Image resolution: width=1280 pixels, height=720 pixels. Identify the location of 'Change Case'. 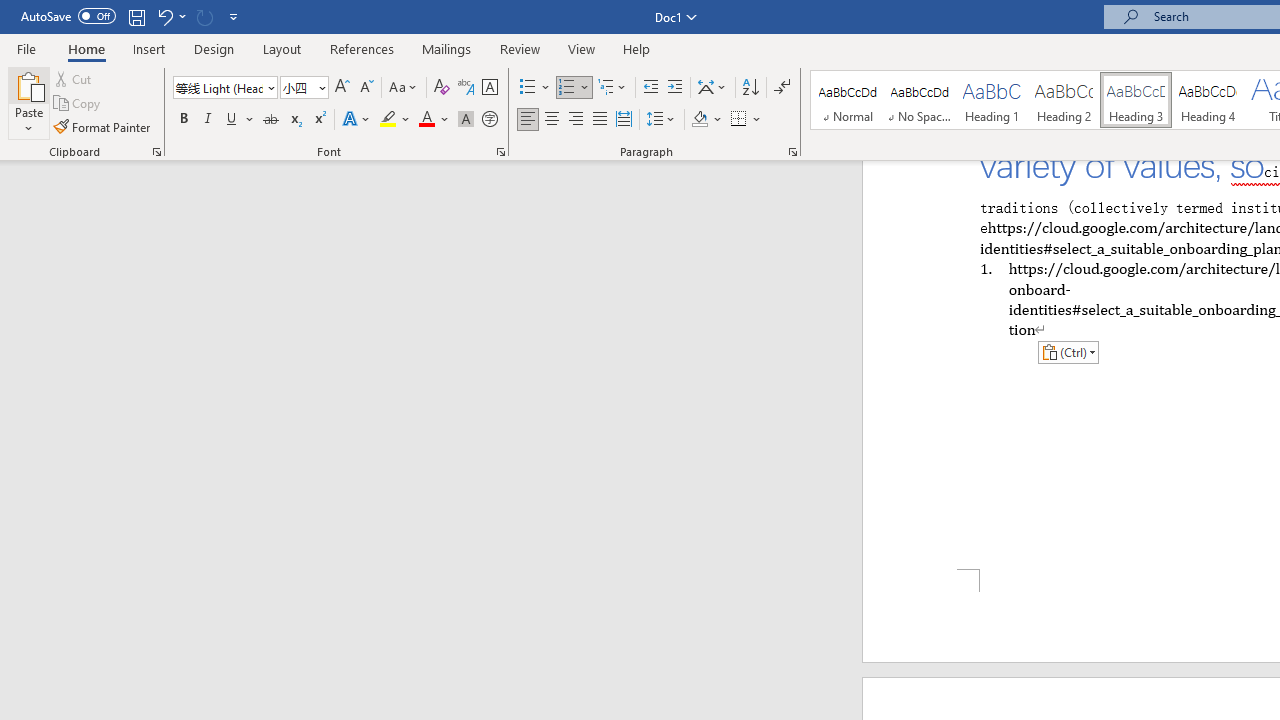
(403, 86).